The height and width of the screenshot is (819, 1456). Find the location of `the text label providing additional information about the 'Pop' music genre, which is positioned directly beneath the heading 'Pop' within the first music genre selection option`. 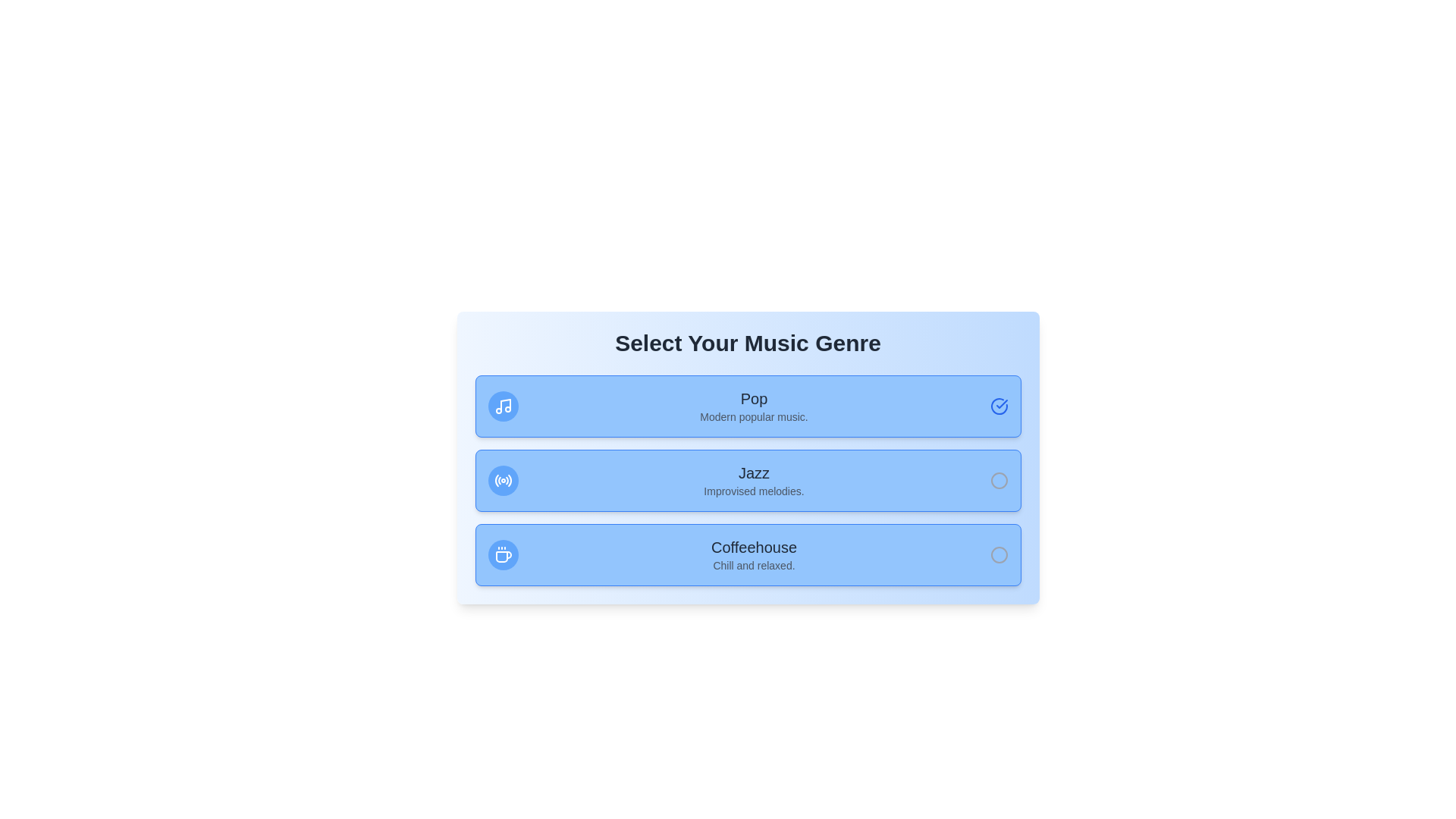

the text label providing additional information about the 'Pop' music genre, which is positioned directly beneath the heading 'Pop' within the first music genre selection option is located at coordinates (754, 417).